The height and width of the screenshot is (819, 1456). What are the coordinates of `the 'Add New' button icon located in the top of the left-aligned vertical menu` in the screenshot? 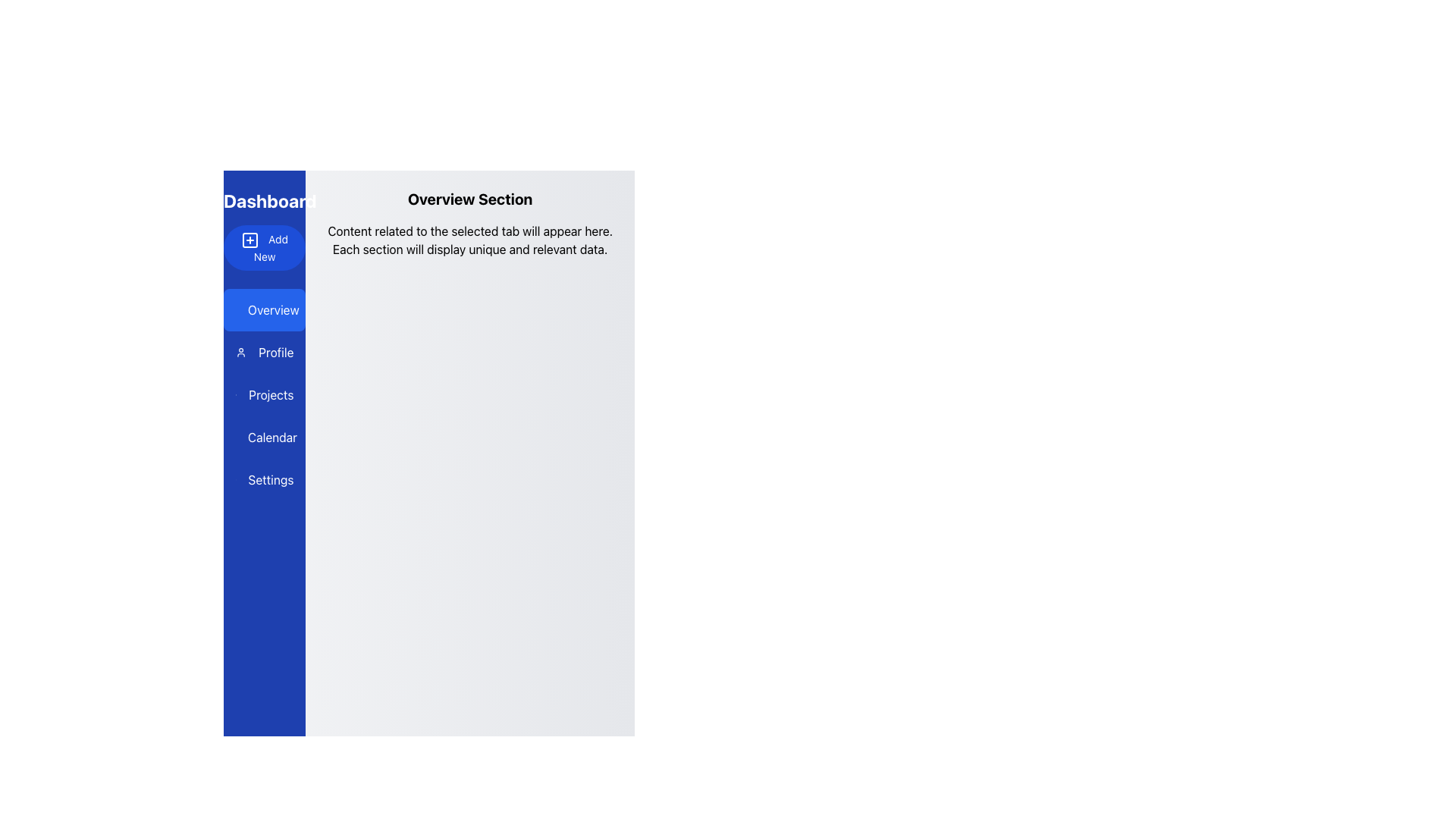 It's located at (250, 239).